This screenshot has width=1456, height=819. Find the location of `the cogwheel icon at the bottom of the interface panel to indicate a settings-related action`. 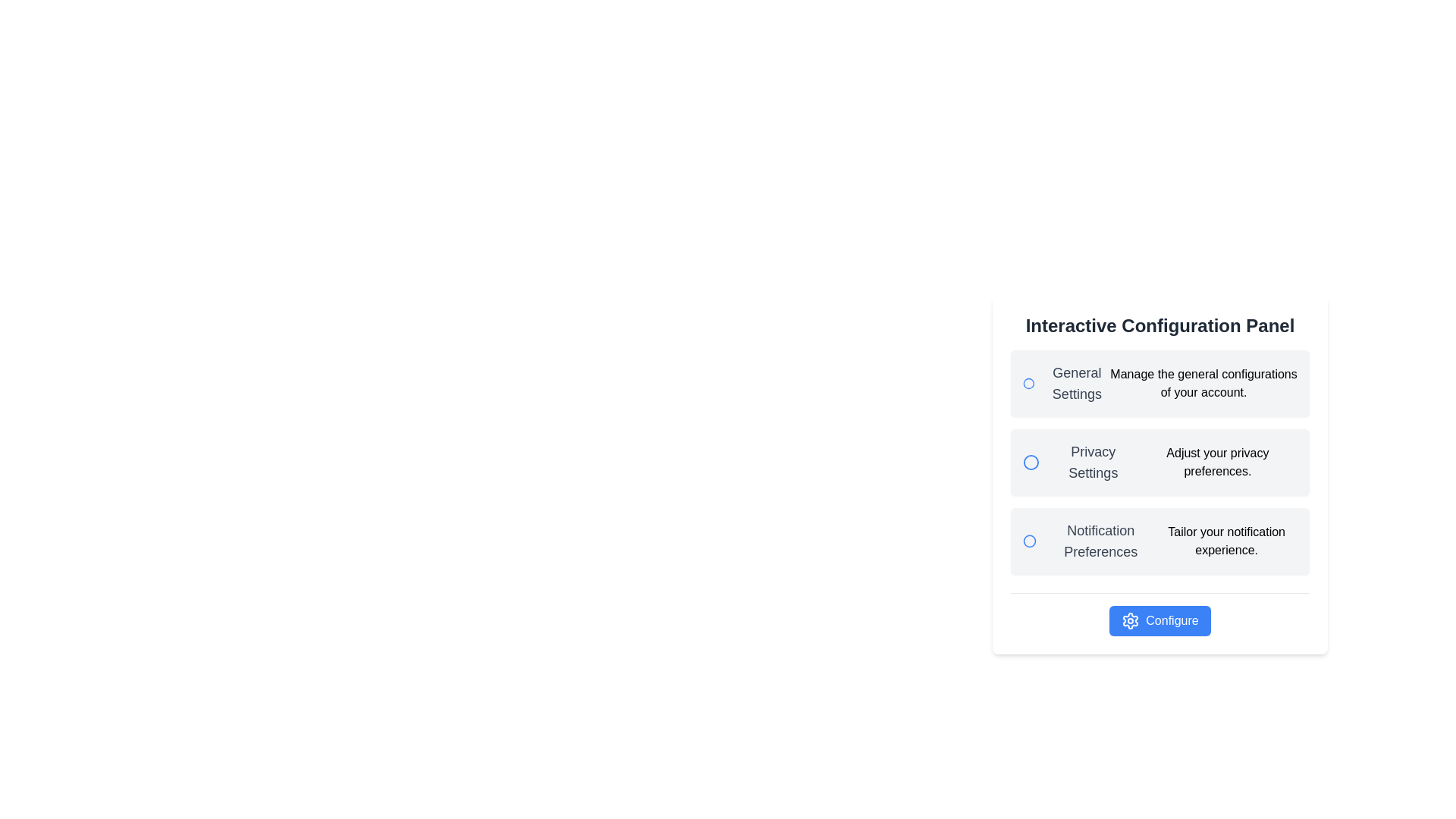

the cogwheel icon at the bottom of the interface panel to indicate a settings-related action is located at coordinates (1131, 620).